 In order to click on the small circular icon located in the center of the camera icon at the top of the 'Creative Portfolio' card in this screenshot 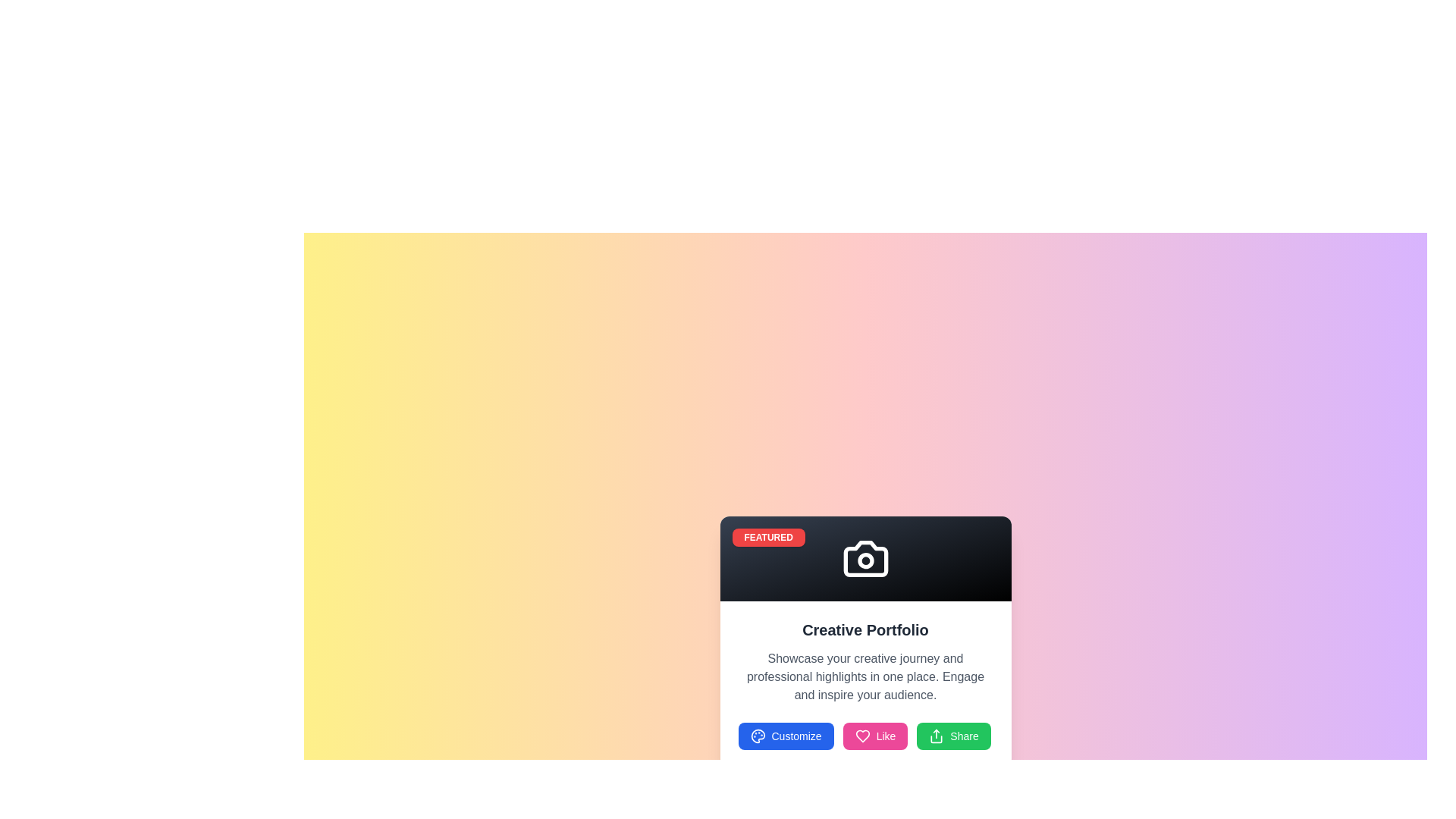, I will do `click(865, 560)`.